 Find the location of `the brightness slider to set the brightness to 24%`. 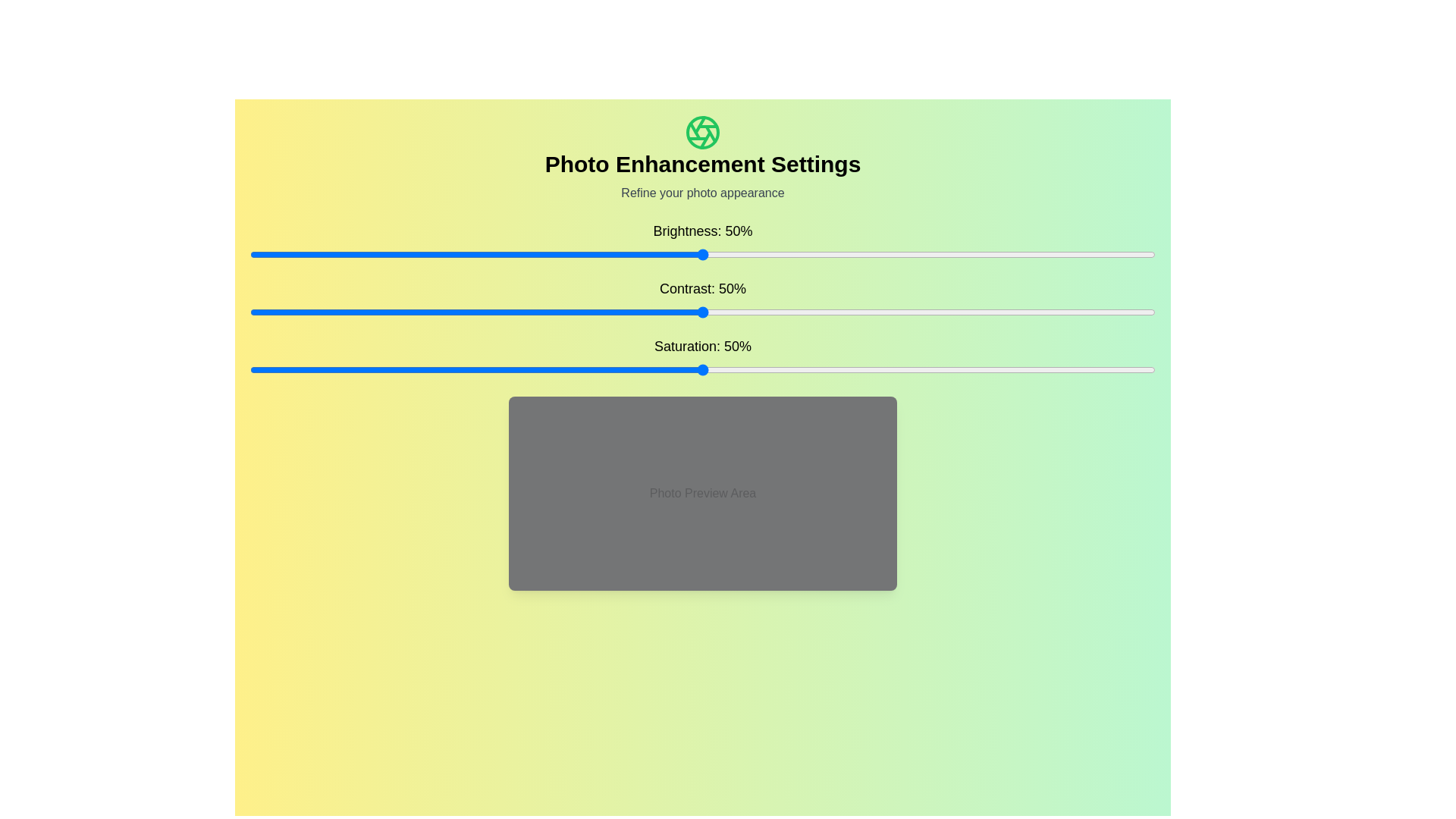

the brightness slider to set the brightness to 24% is located at coordinates (466, 253).